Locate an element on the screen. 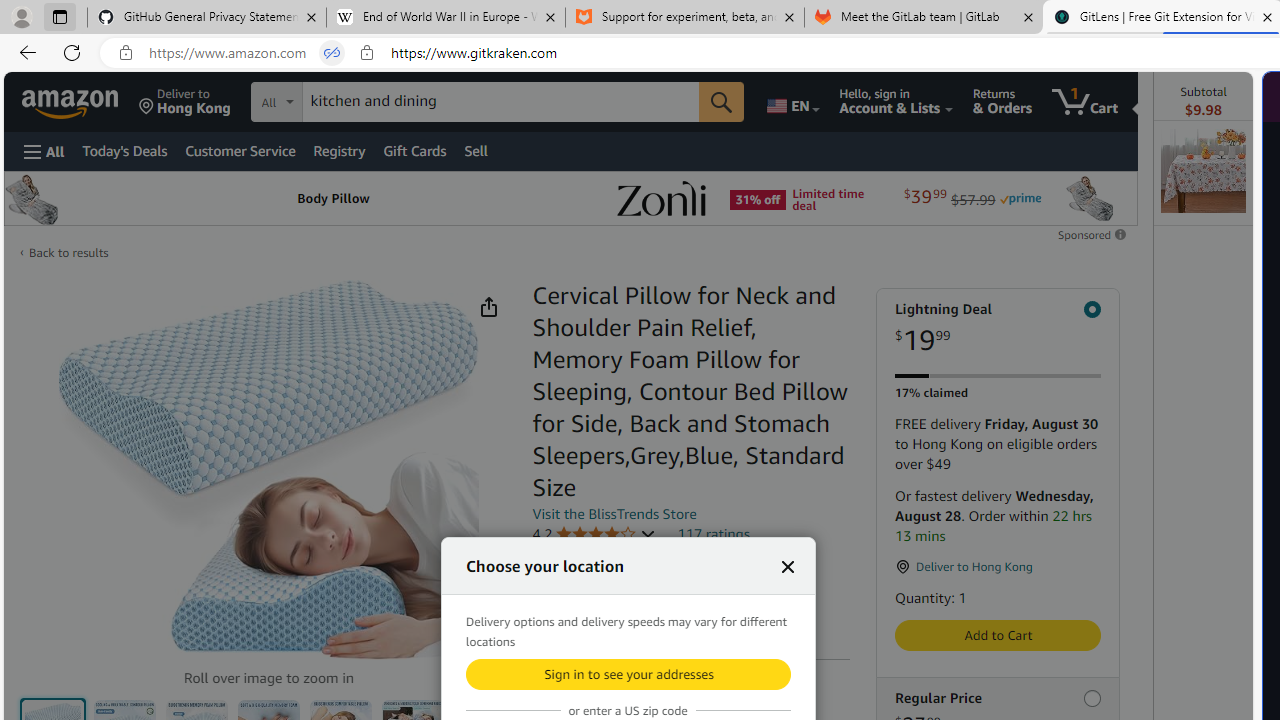 The width and height of the screenshot is (1280, 720). 'Back to results' is located at coordinates (69, 251).